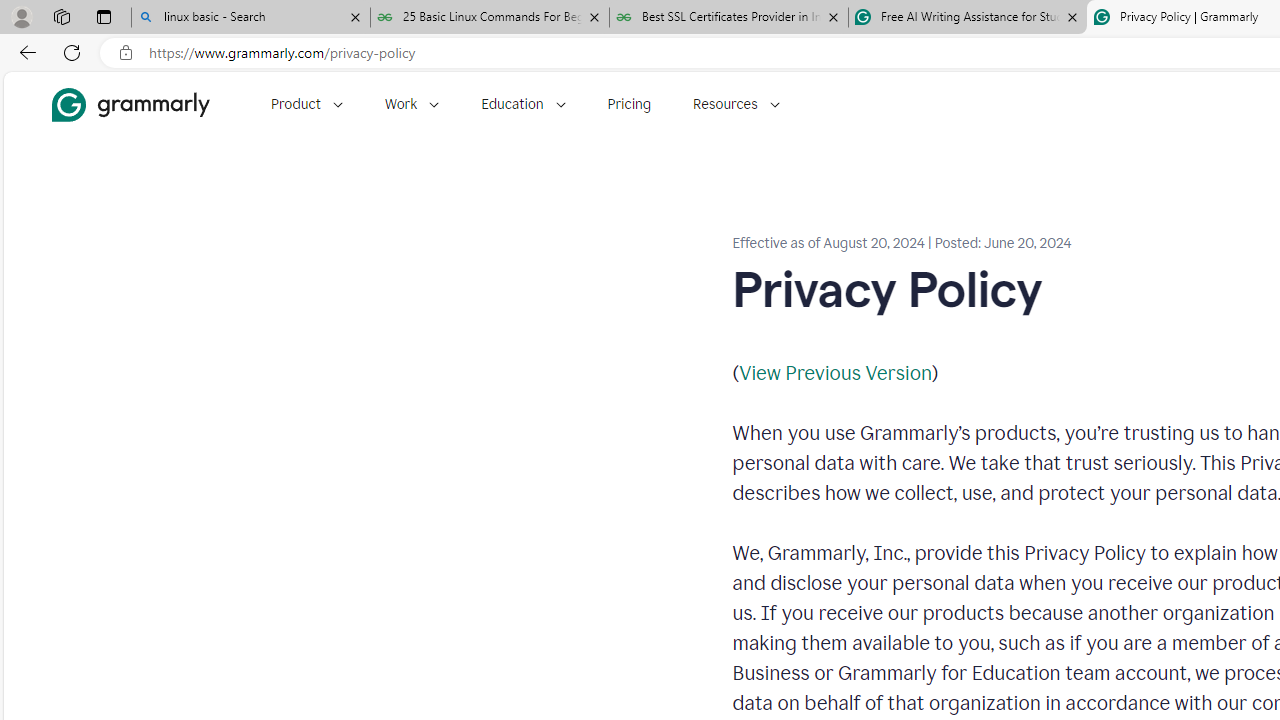 Image resolution: width=1280 pixels, height=720 pixels. I want to click on 'Product', so click(306, 104).